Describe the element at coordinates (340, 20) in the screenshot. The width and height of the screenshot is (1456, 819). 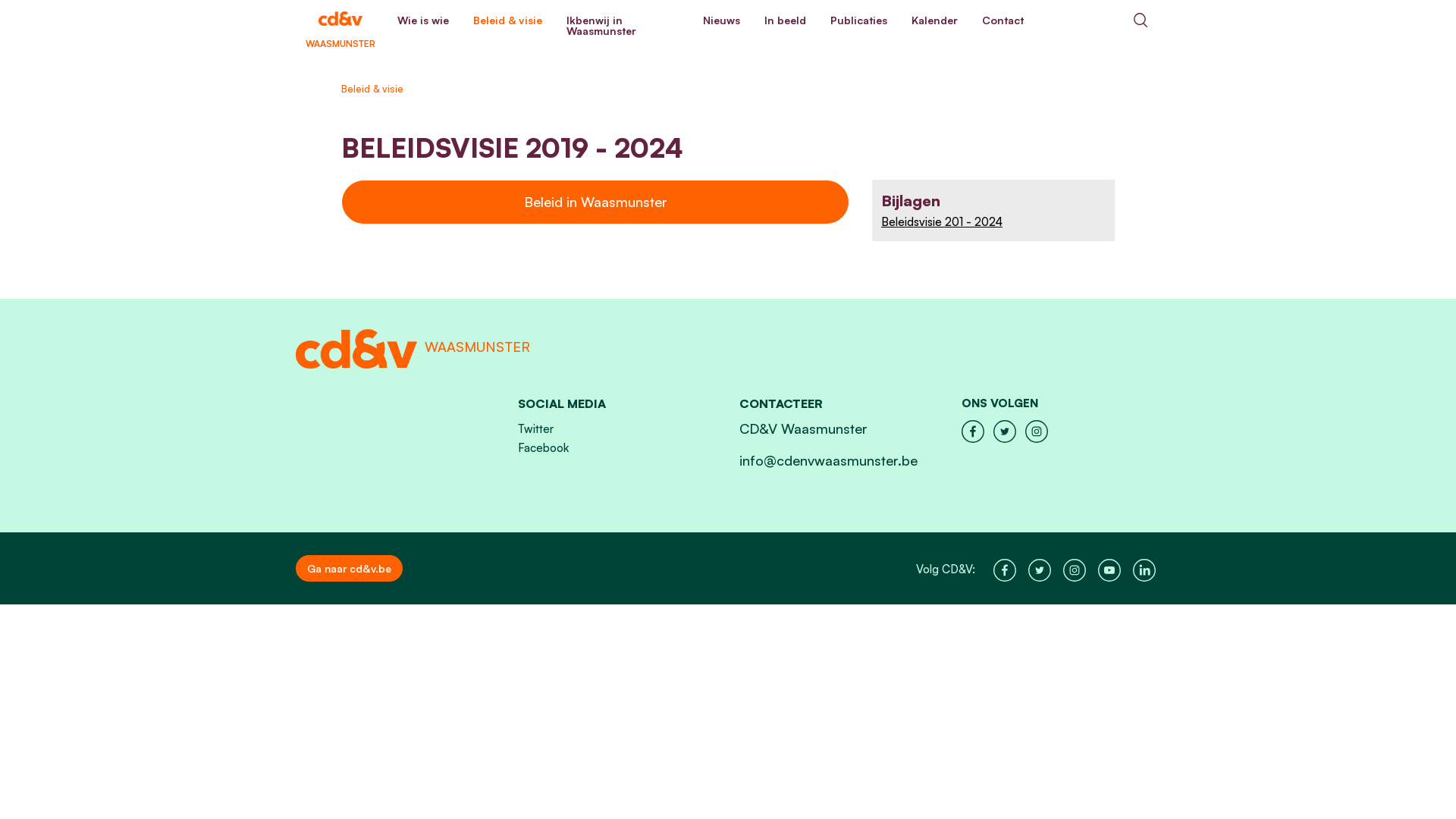
I see `'WAASMUNSTER'` at that location.